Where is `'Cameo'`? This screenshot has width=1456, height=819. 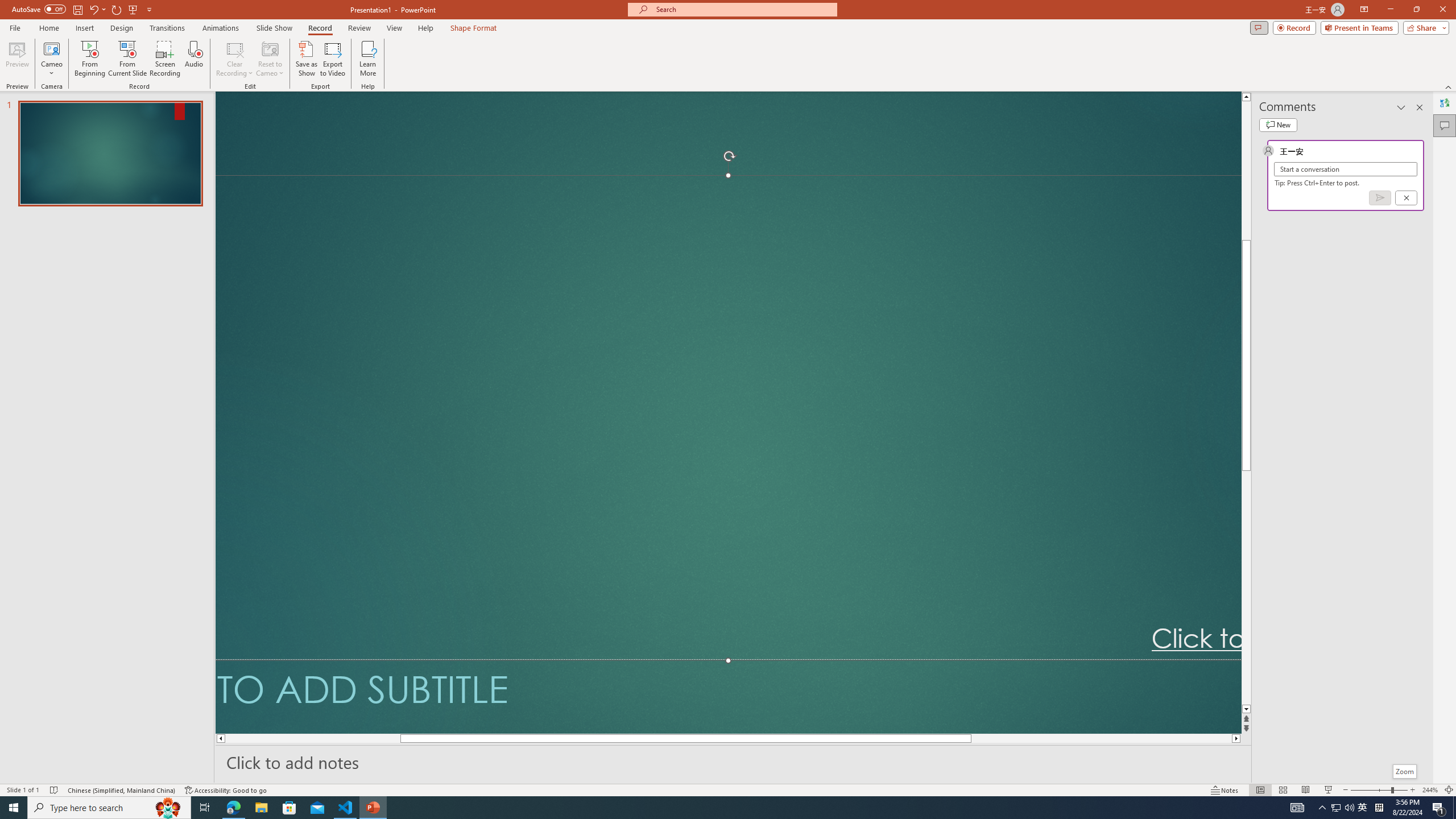 'Cameo' is located at coordinates (51, 59).